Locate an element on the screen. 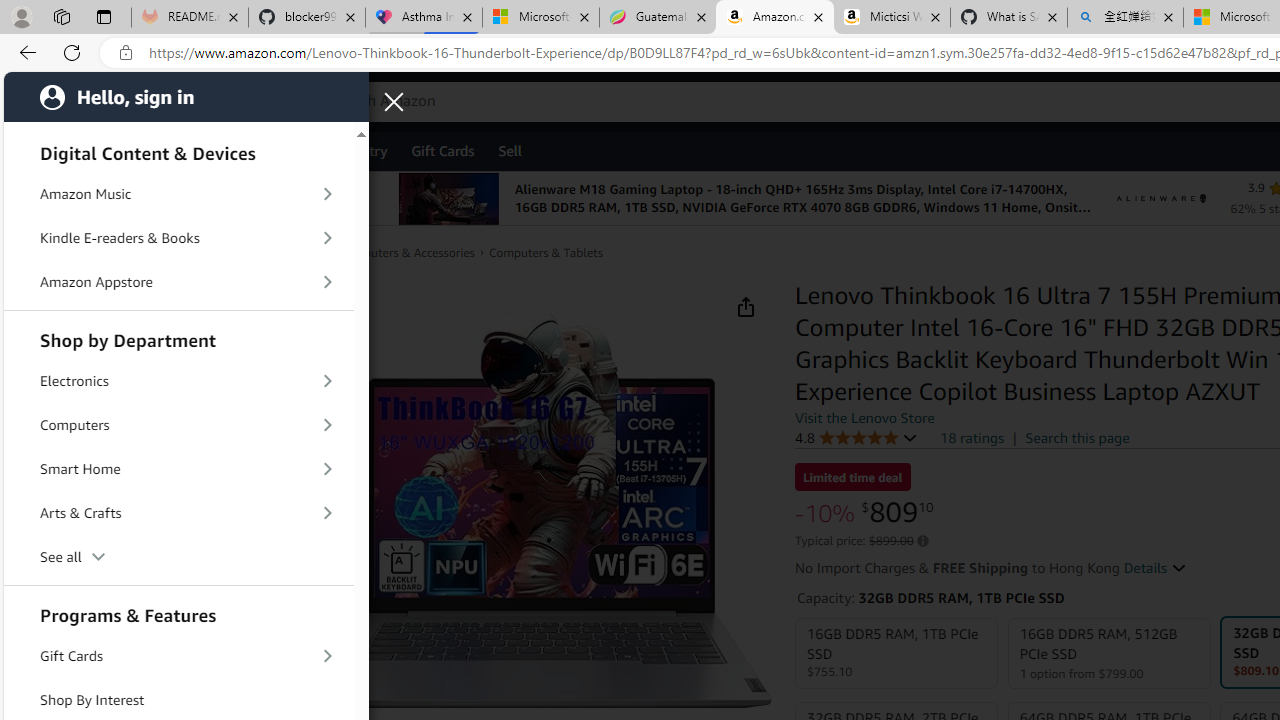  'Computers & Accessories' is located at coordinates (406, 251).